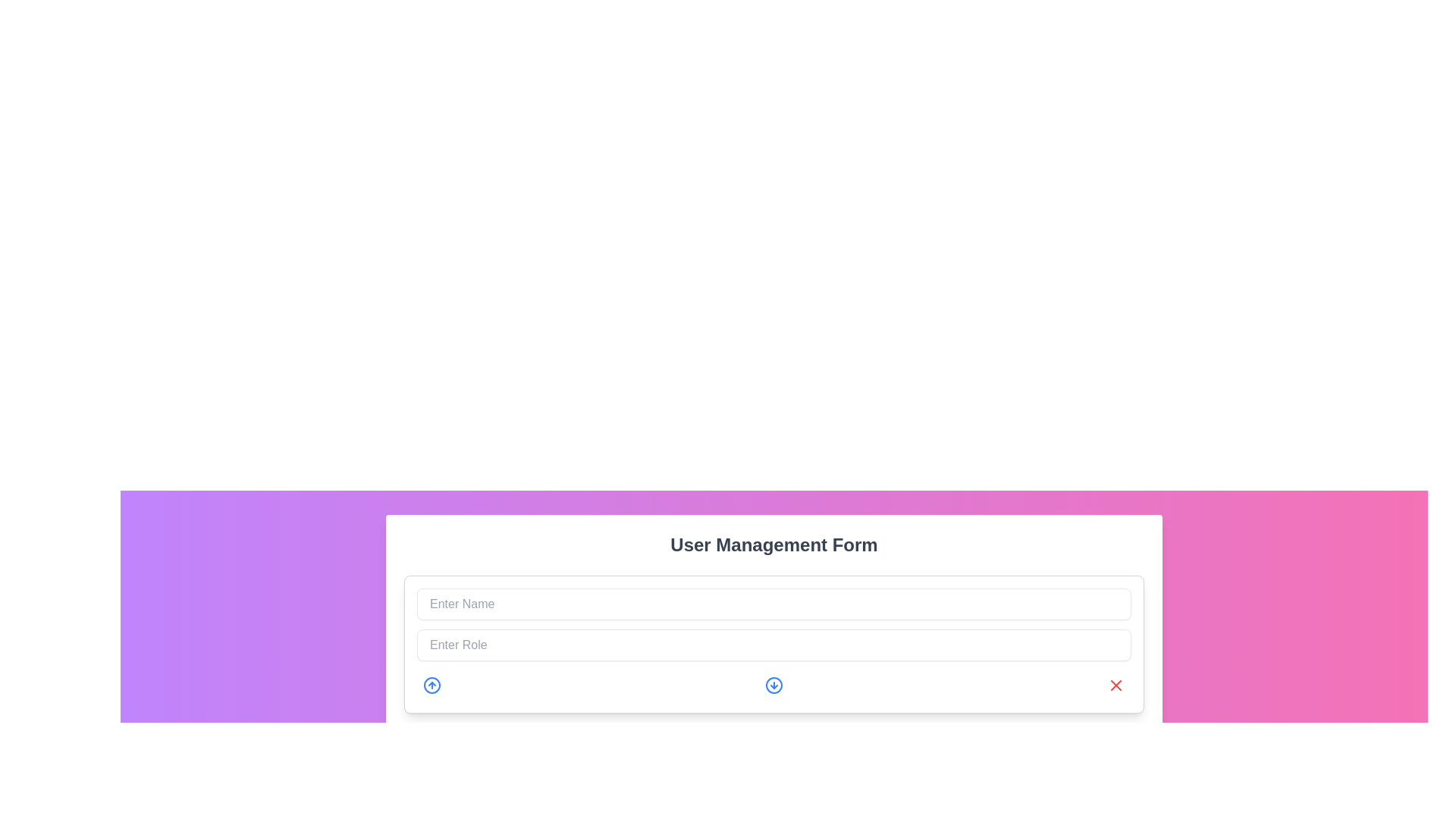 The width and height of the screenshot is (1456, 819). Describe the element at coordinates (431, 685) in the screenshot. I see `the button with an arrow icon located below the 'Enter Role' text input field` at that location.